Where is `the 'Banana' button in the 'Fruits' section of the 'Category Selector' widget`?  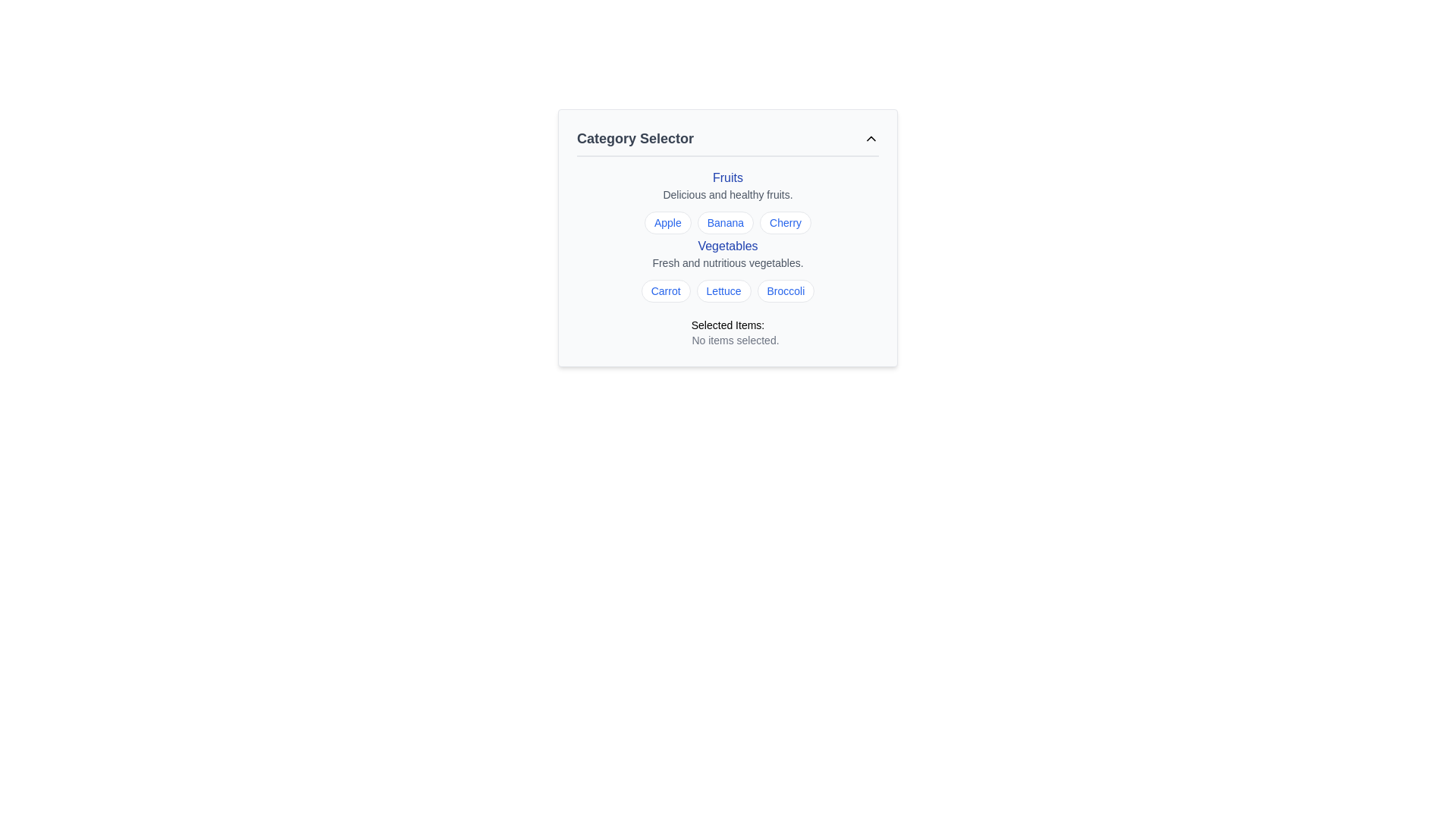 the 'Banana' button in the 'Fruits' section of the 'Category Selector' widget is located at coordinates (724, 222).